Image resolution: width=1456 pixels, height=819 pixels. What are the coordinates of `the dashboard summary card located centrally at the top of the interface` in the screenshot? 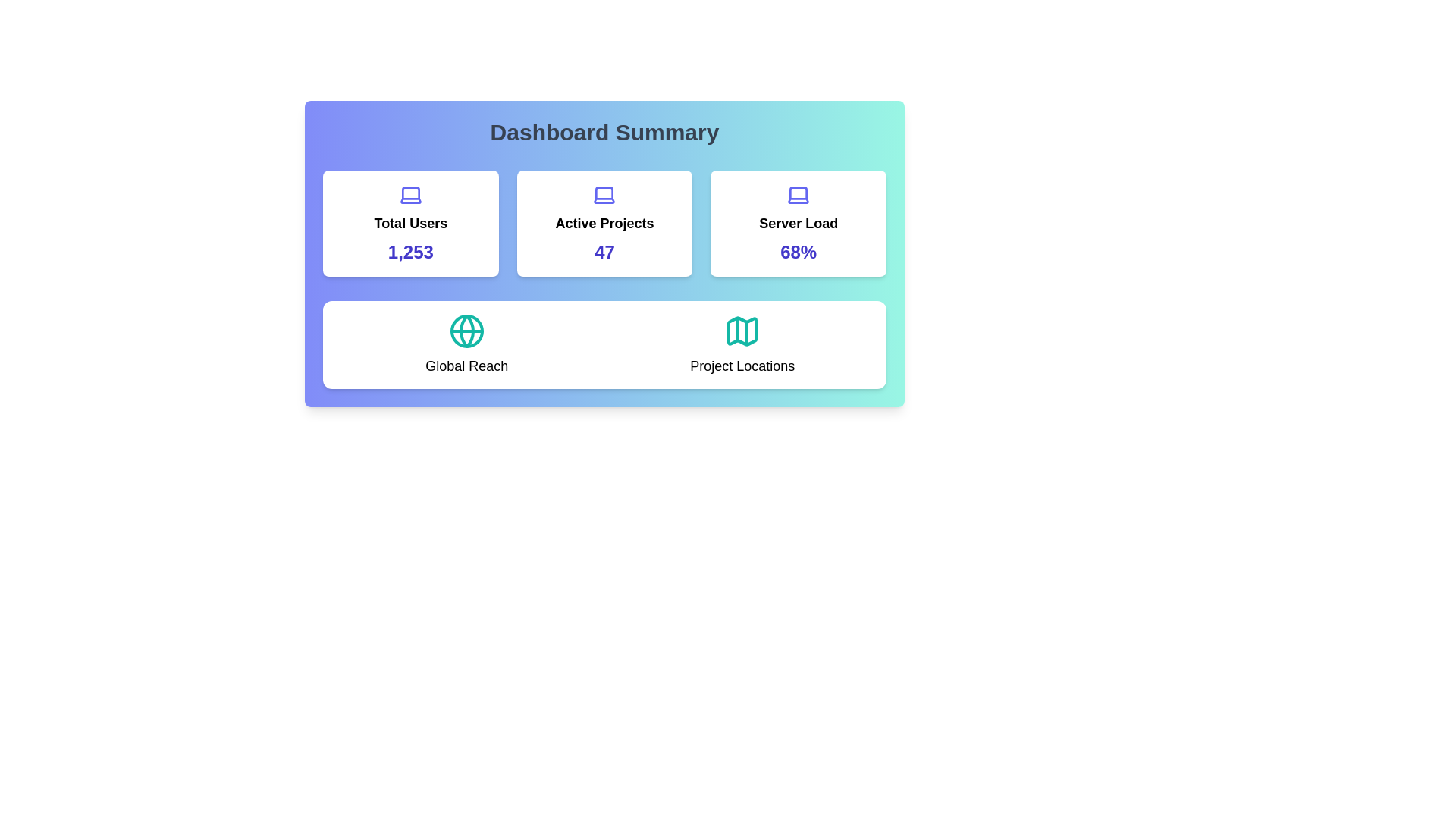 It's located at (604, 253).